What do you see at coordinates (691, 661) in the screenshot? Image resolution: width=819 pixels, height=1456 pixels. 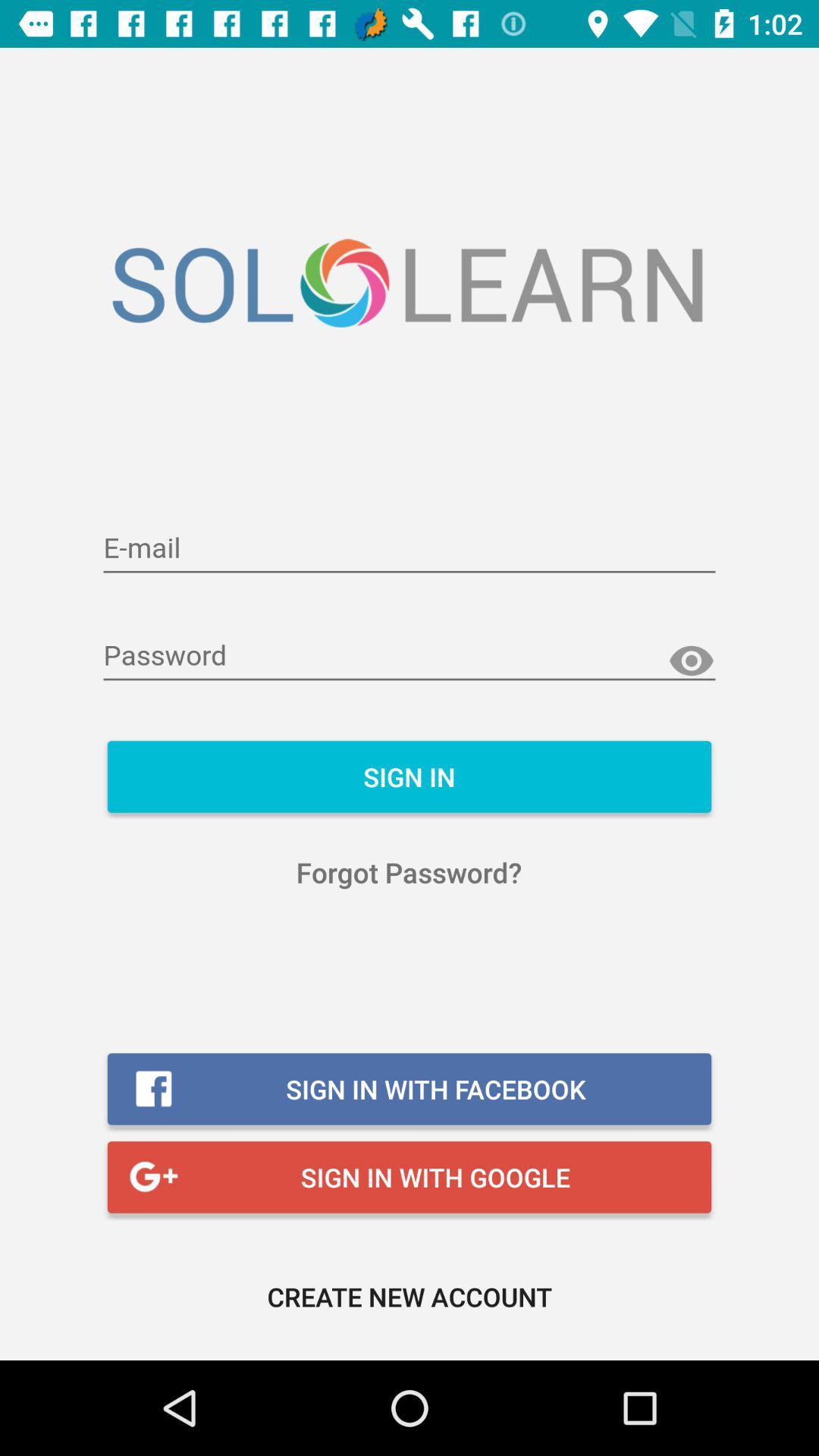 I see `show hidden password` at bounding box center [691, 661].